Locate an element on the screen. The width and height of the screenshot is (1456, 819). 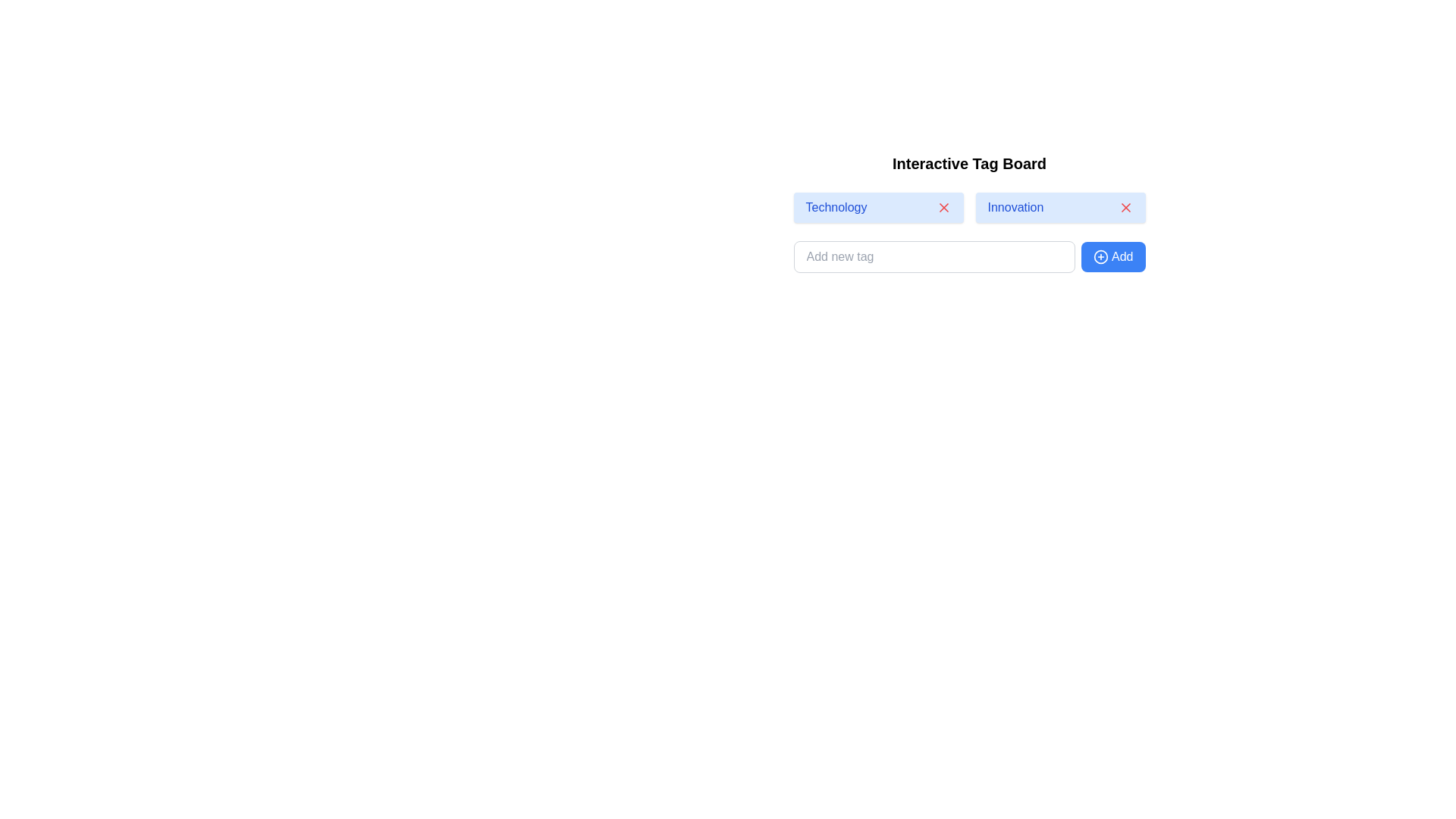
the first tag in the horizontal list of tags for selection or interaction, which is located near the top-center of the interface is located at coordinates (878, 207).